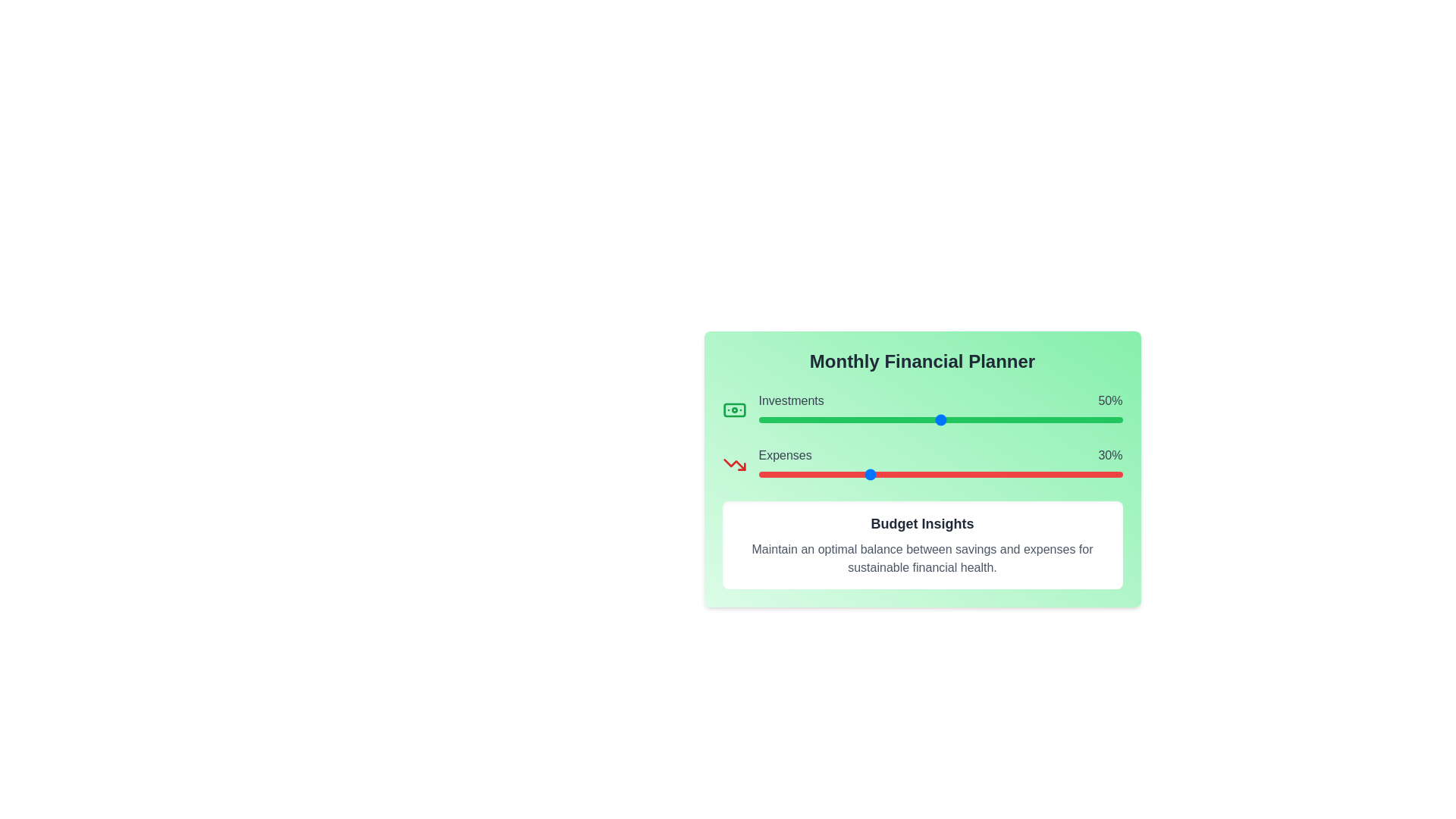 This screenshot has width=1456, height=819. Describe the element at coordinates (950, 473) in the screenshot. I see `the 'Expenses' slider to set its value to 53%` at that location.